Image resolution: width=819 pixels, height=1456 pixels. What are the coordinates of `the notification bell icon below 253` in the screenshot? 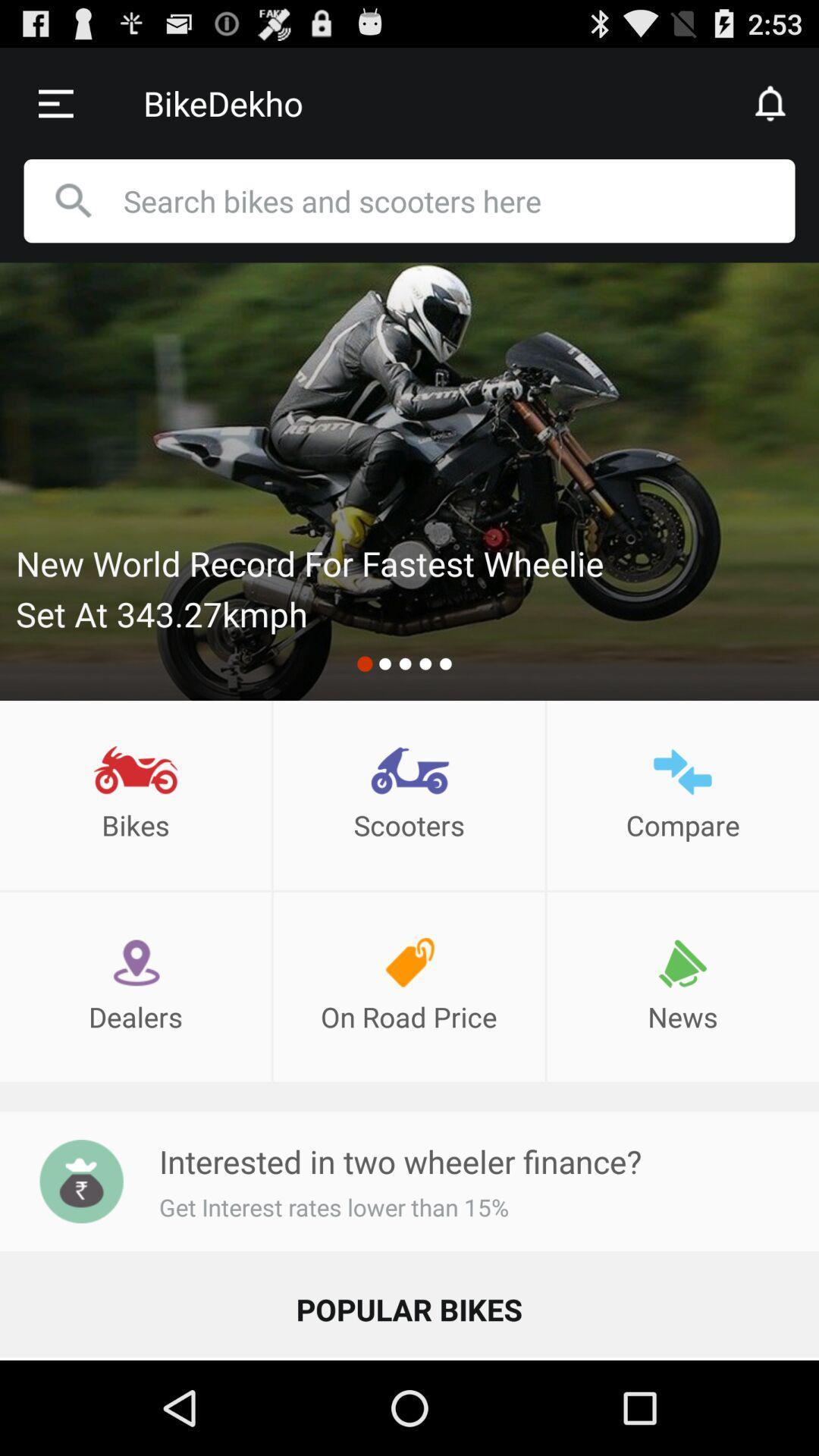 It's located at (771, 102).